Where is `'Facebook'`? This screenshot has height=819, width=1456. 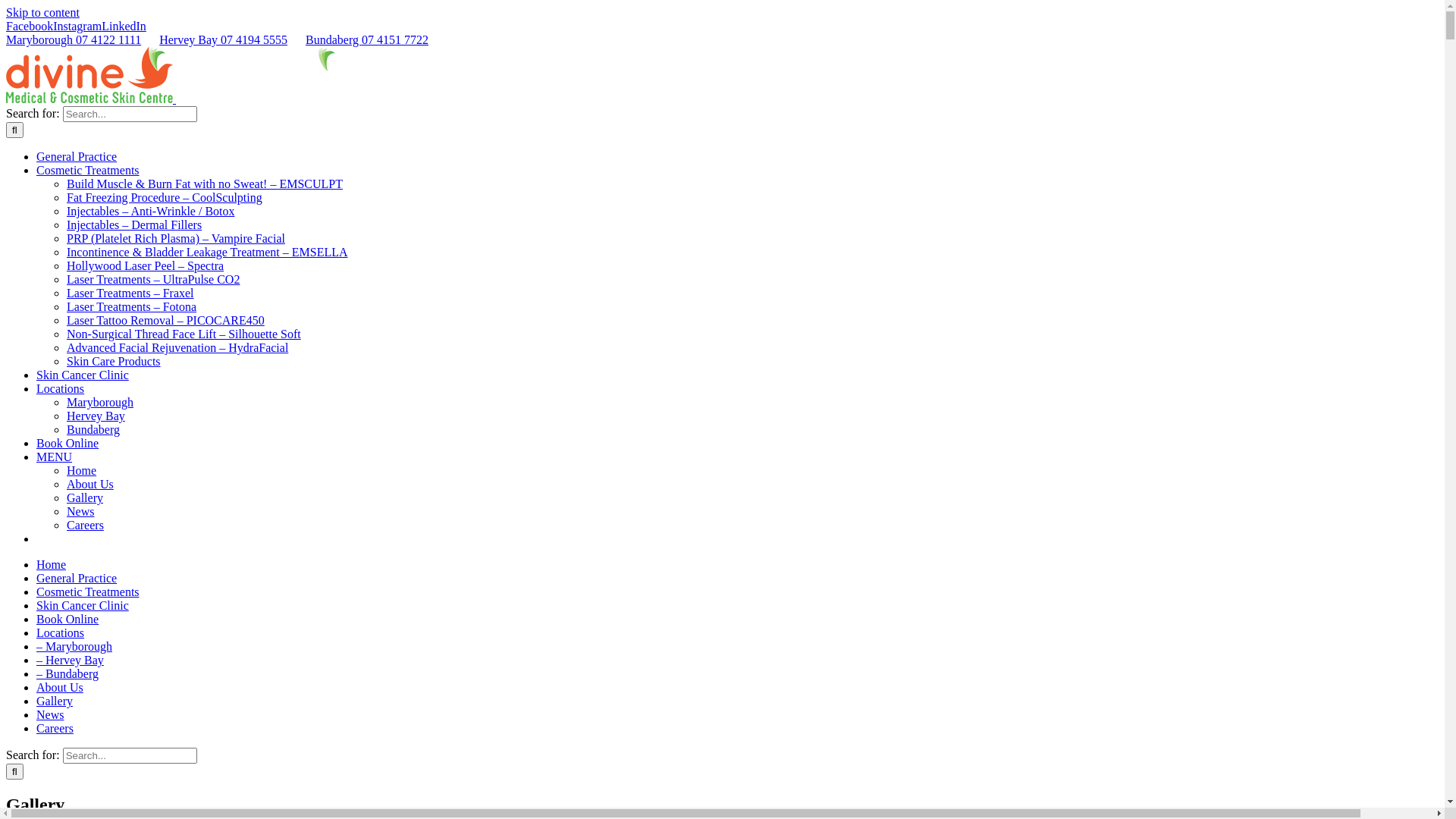
'Facebook' is located at coordinates (29, 26).